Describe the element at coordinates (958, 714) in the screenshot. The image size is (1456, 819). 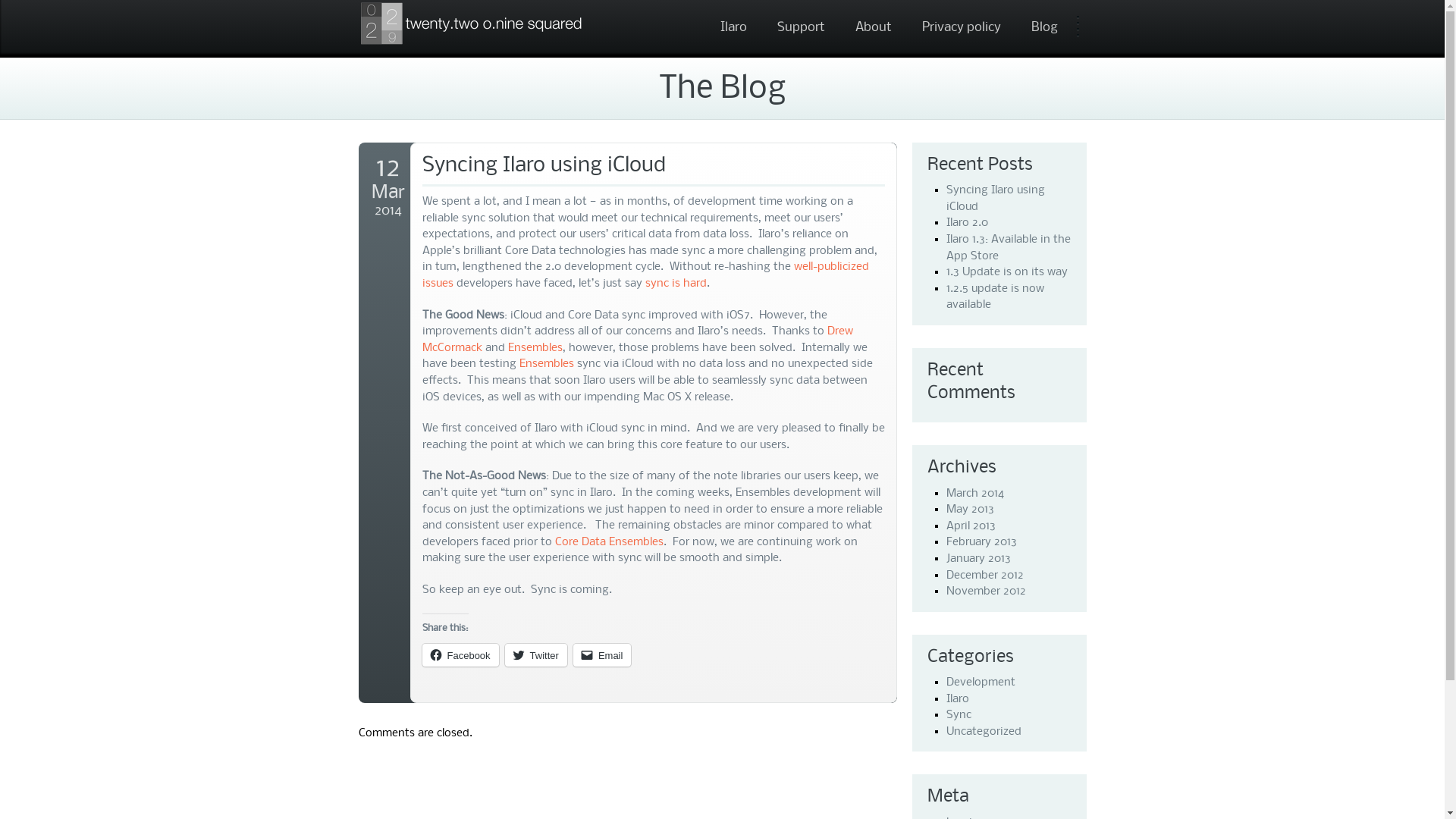
I see `'Sync'` at that location.